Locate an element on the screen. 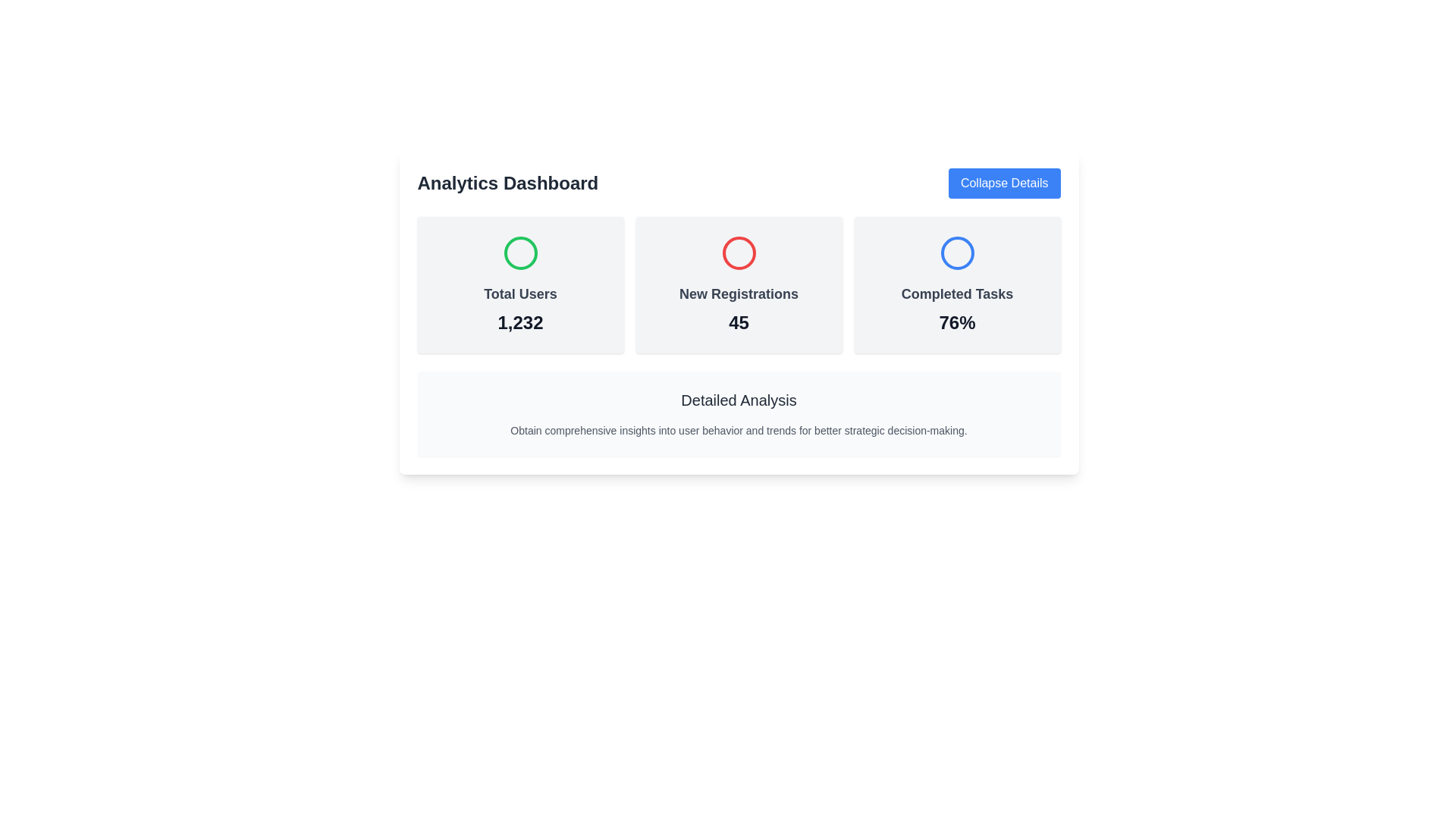  the Informational card displaying 'New Registrations' with the red circular icon and the number '45', which is the second card in a three-column grid layout is located at coordinates (739, 284).